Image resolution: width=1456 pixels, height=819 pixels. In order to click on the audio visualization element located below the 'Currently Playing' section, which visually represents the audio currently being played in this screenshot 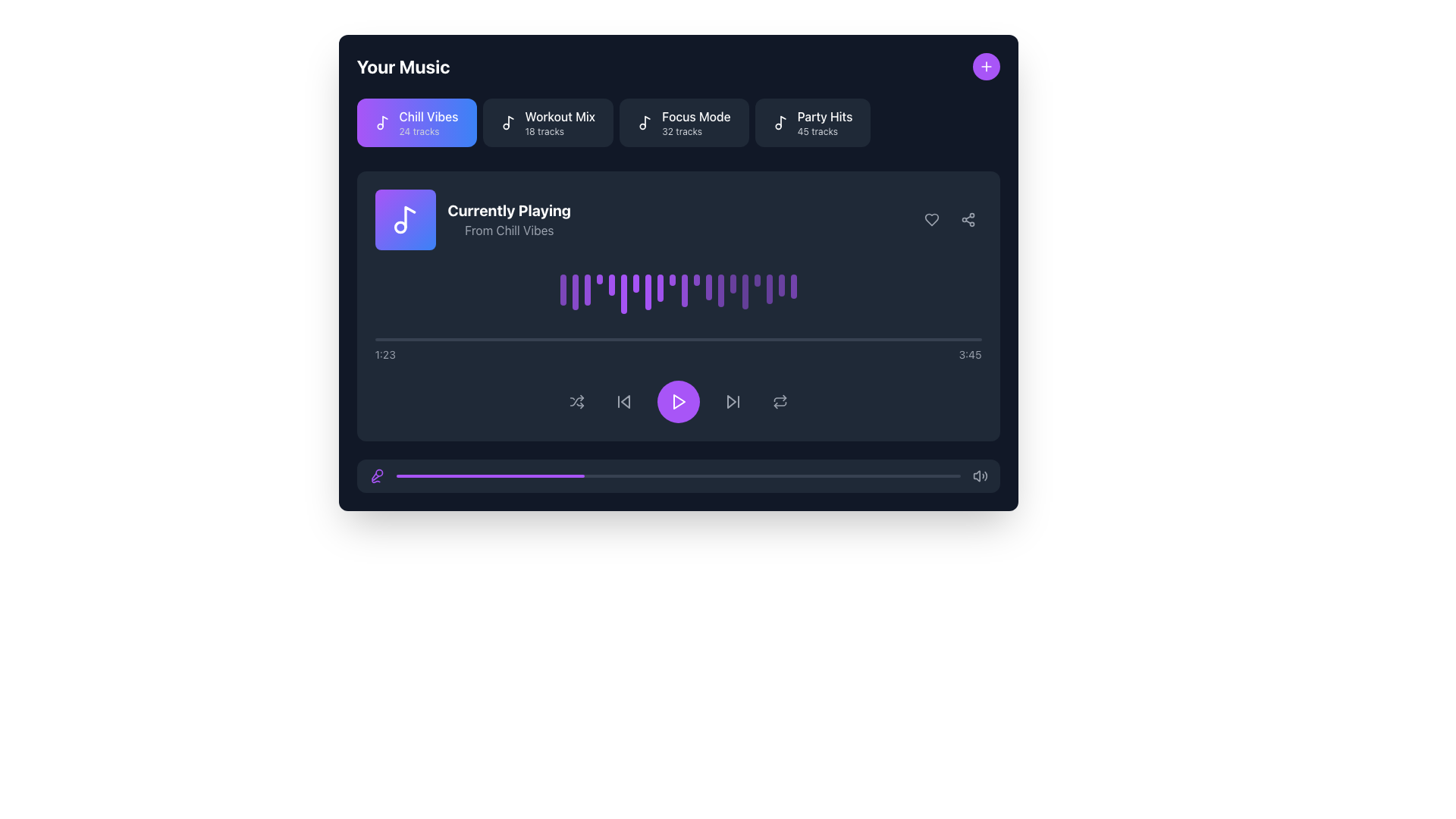, I will do `click(677, 294)`.